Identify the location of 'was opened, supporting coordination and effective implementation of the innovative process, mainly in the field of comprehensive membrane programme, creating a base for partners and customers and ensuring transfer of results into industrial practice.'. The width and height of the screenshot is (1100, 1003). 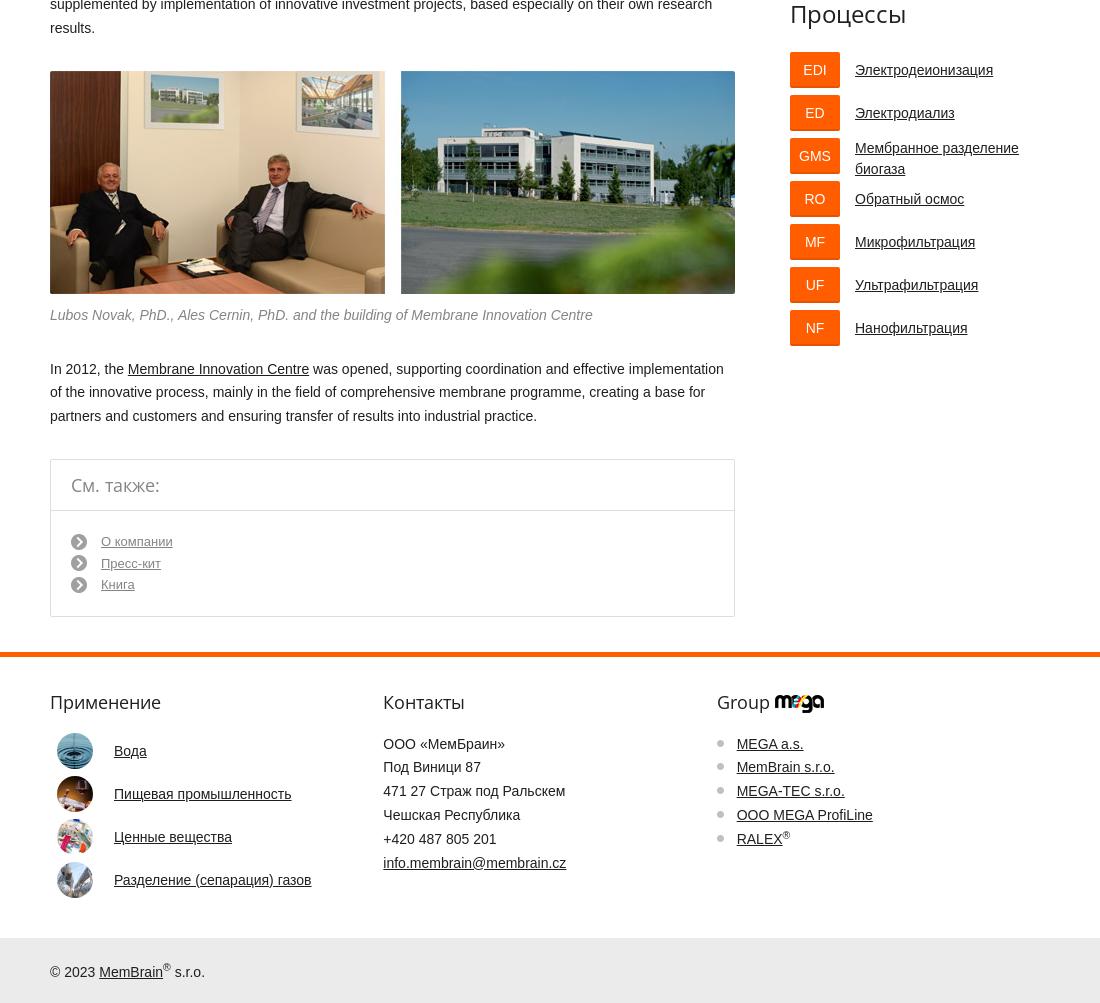
(49, 390).